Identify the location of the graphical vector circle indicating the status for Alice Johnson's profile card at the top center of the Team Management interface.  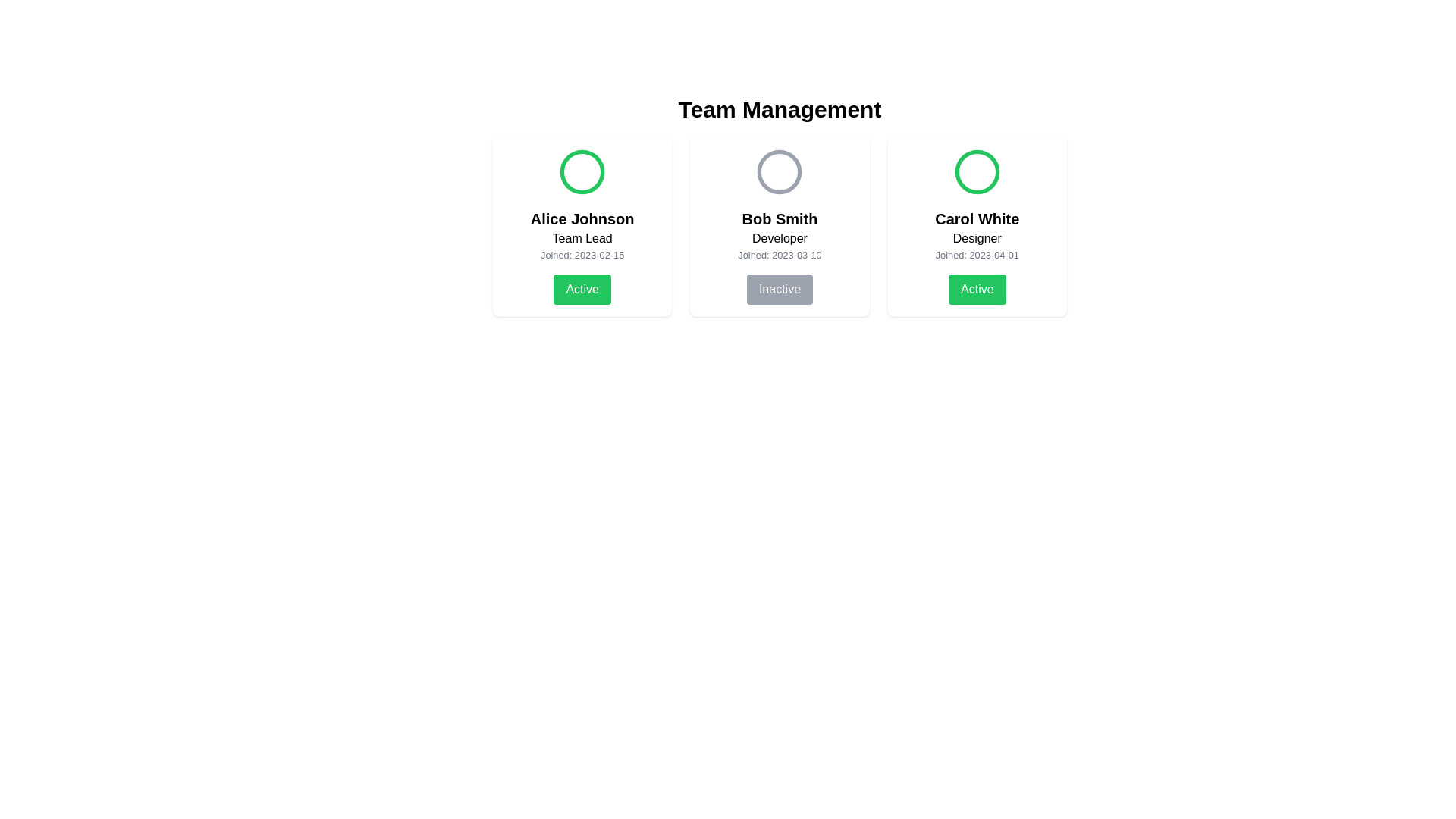
(582, 171).